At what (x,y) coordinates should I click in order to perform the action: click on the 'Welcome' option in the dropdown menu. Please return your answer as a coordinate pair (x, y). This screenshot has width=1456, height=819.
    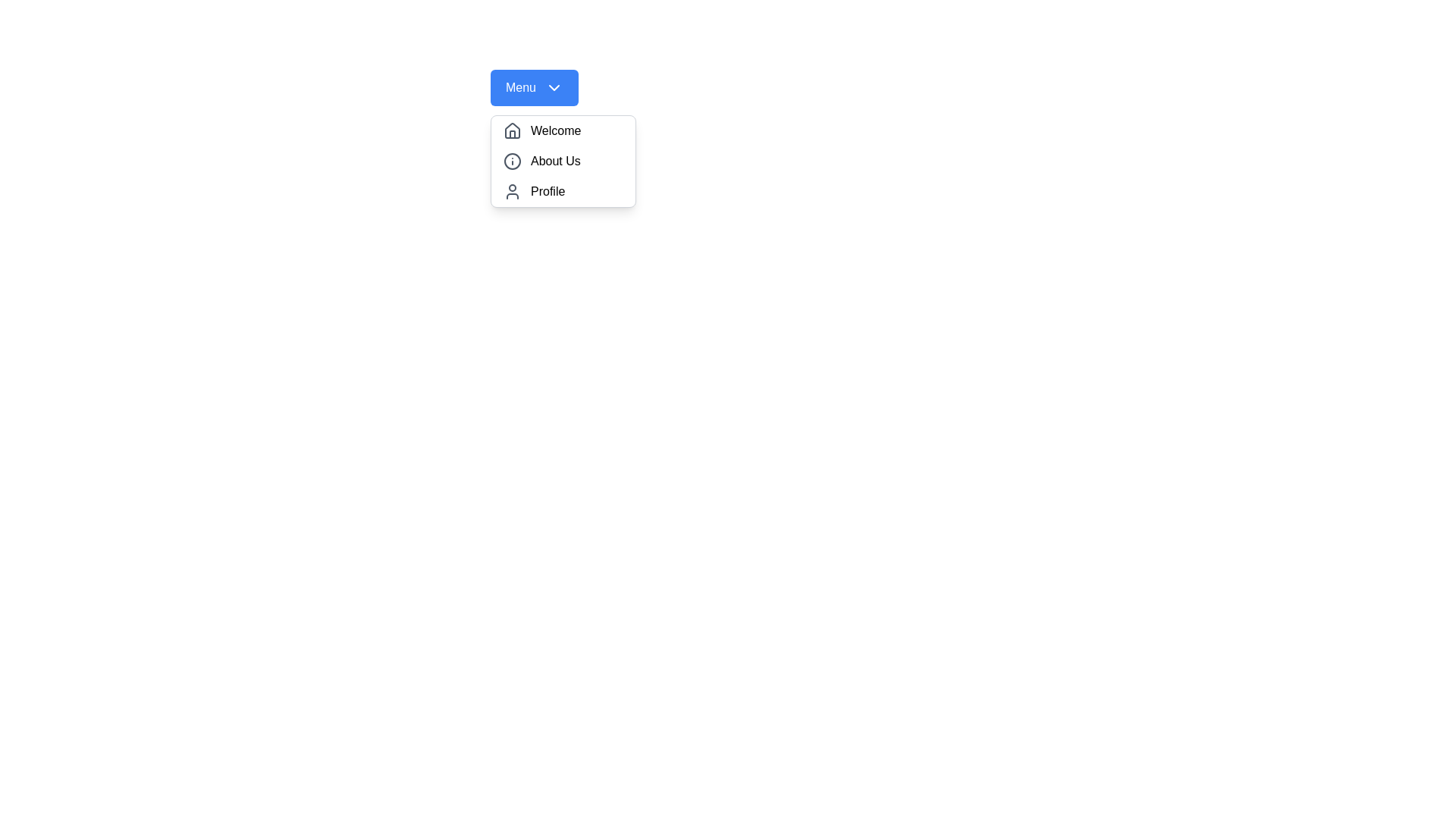
    Looking at the image, I should click on (563, 130).